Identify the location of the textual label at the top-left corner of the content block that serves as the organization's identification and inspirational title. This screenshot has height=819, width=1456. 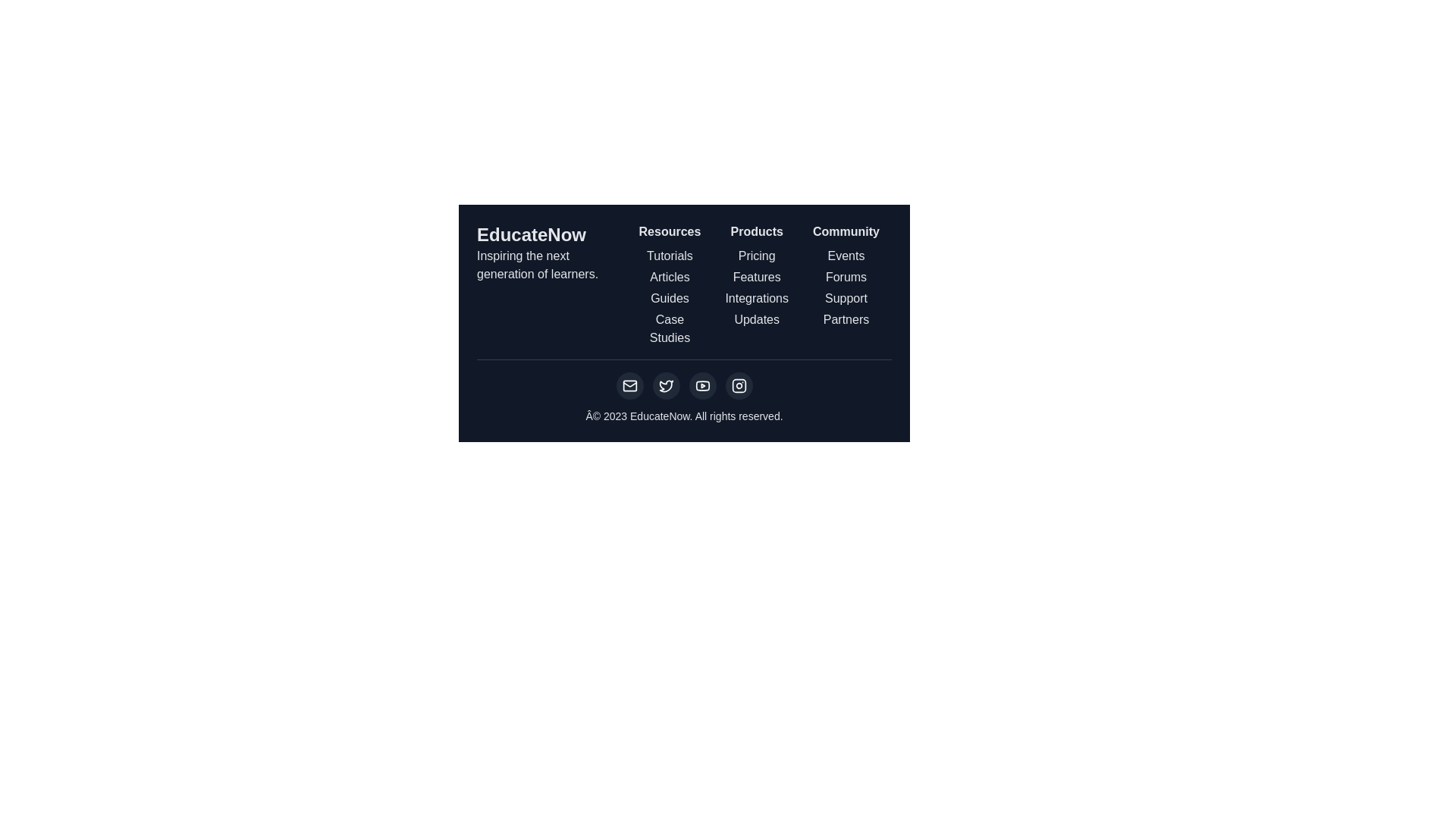
(551, 278).